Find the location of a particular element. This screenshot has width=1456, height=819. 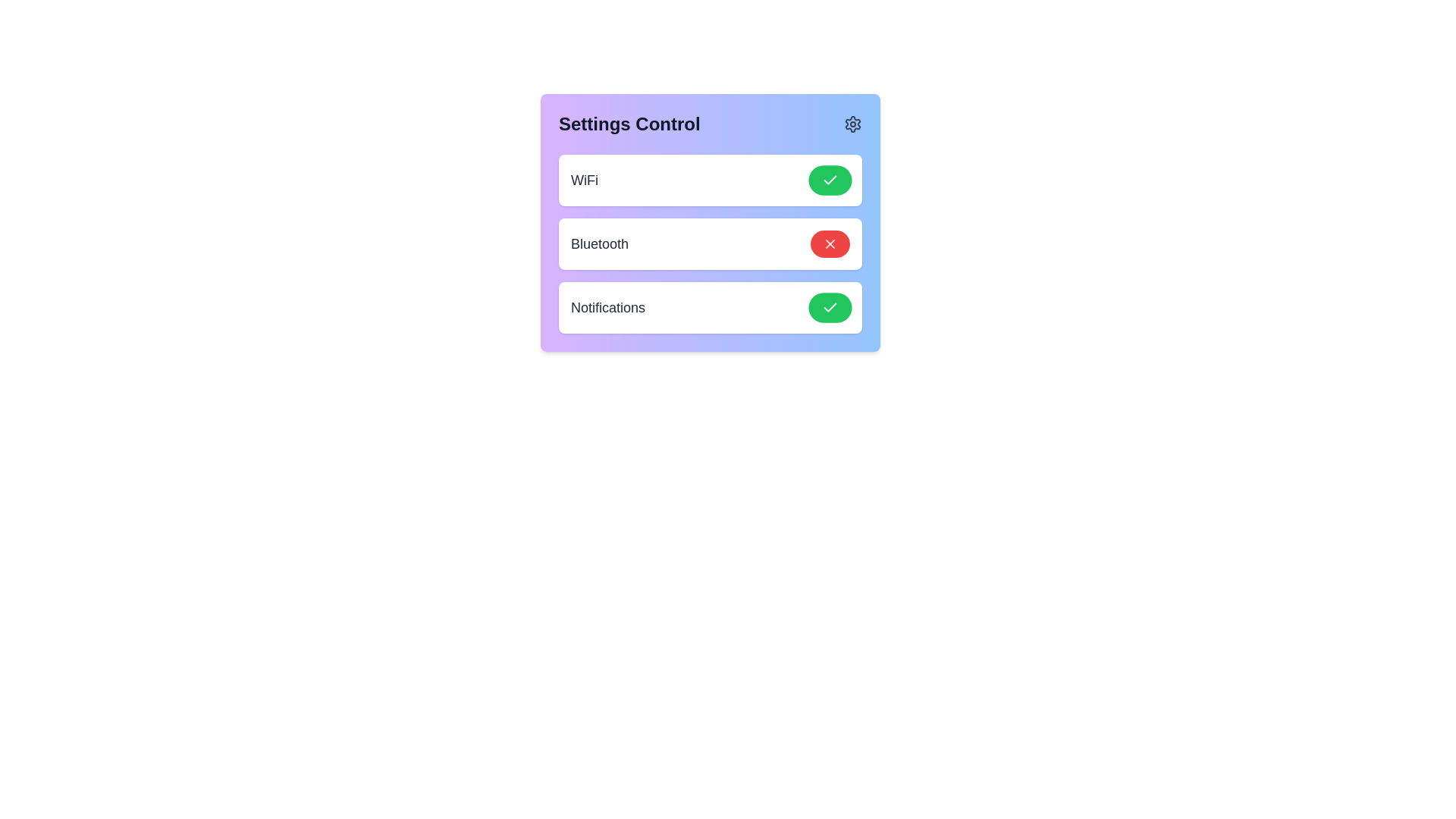

the settings icon to open additional options is located at coordinates (852, 124).